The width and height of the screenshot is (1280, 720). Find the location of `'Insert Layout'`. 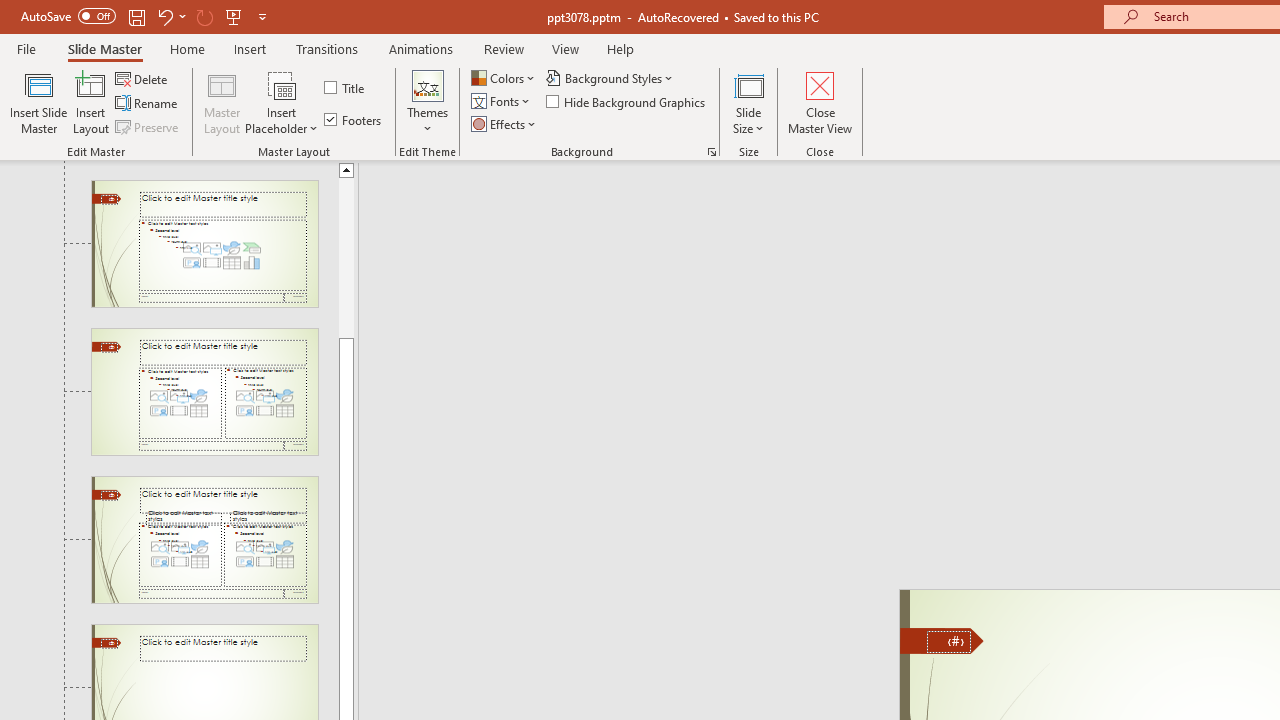

'Insert Layout' is located at coordinates (90, 103).